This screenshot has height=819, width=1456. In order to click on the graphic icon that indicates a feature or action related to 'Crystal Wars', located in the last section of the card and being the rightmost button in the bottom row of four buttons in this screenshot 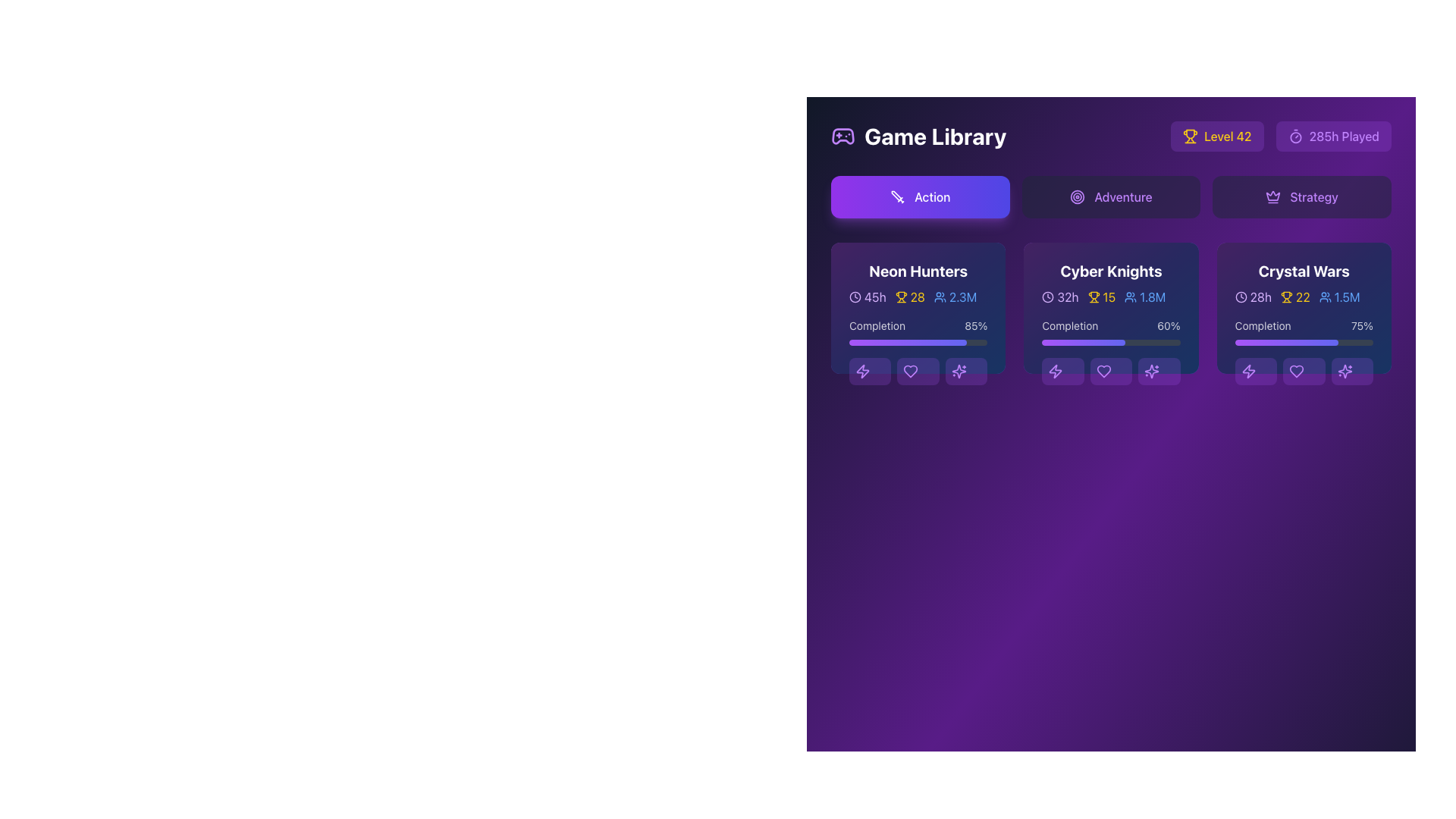, I will do `click(1345, 371)`.